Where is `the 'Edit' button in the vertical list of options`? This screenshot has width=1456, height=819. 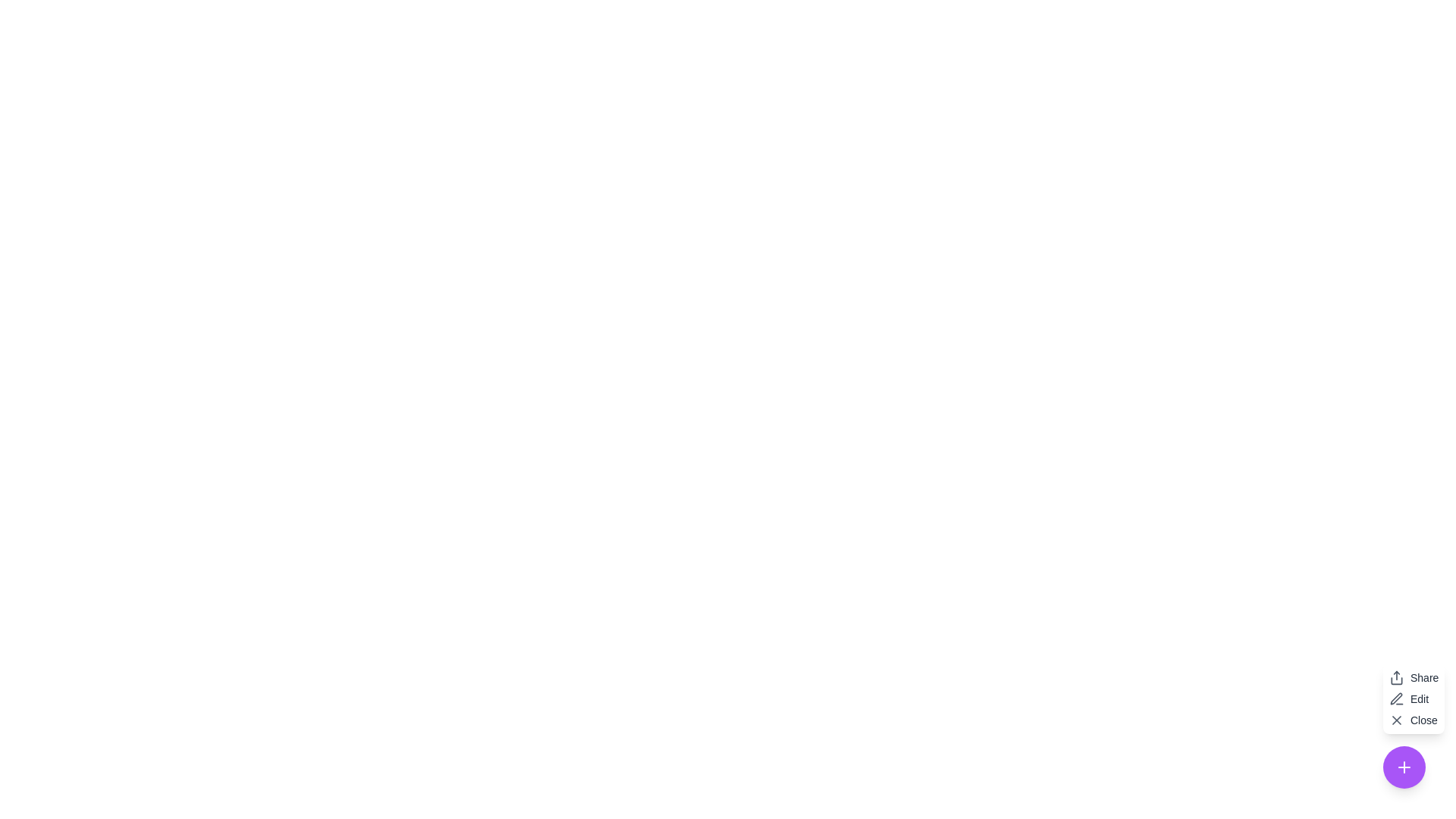
the 'Edit' button in the vertical list of options is located at coordinates (1413, 698).